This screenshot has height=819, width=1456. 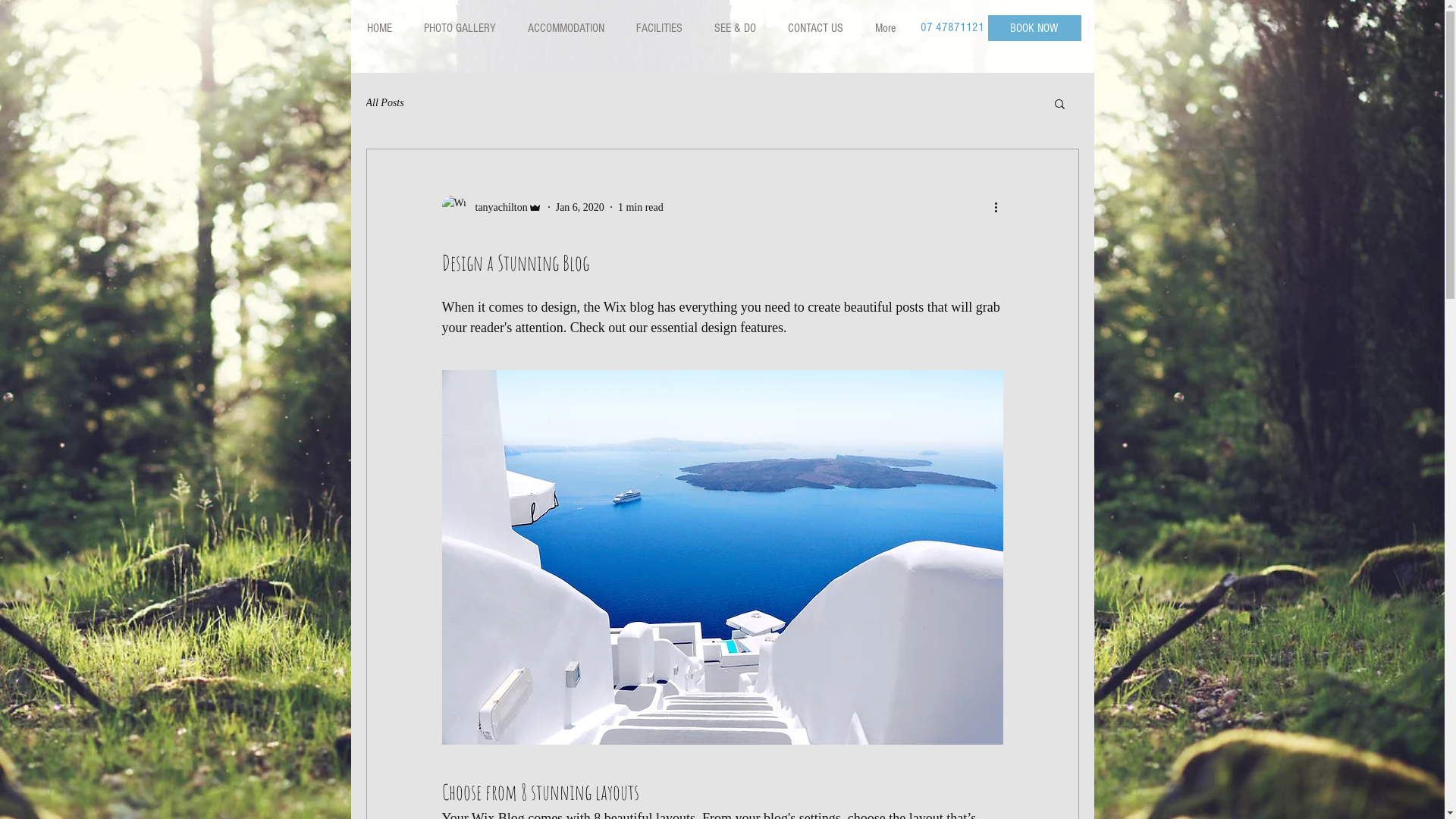 I want to click on 'FACILITIES', so click(x=659, y=28).